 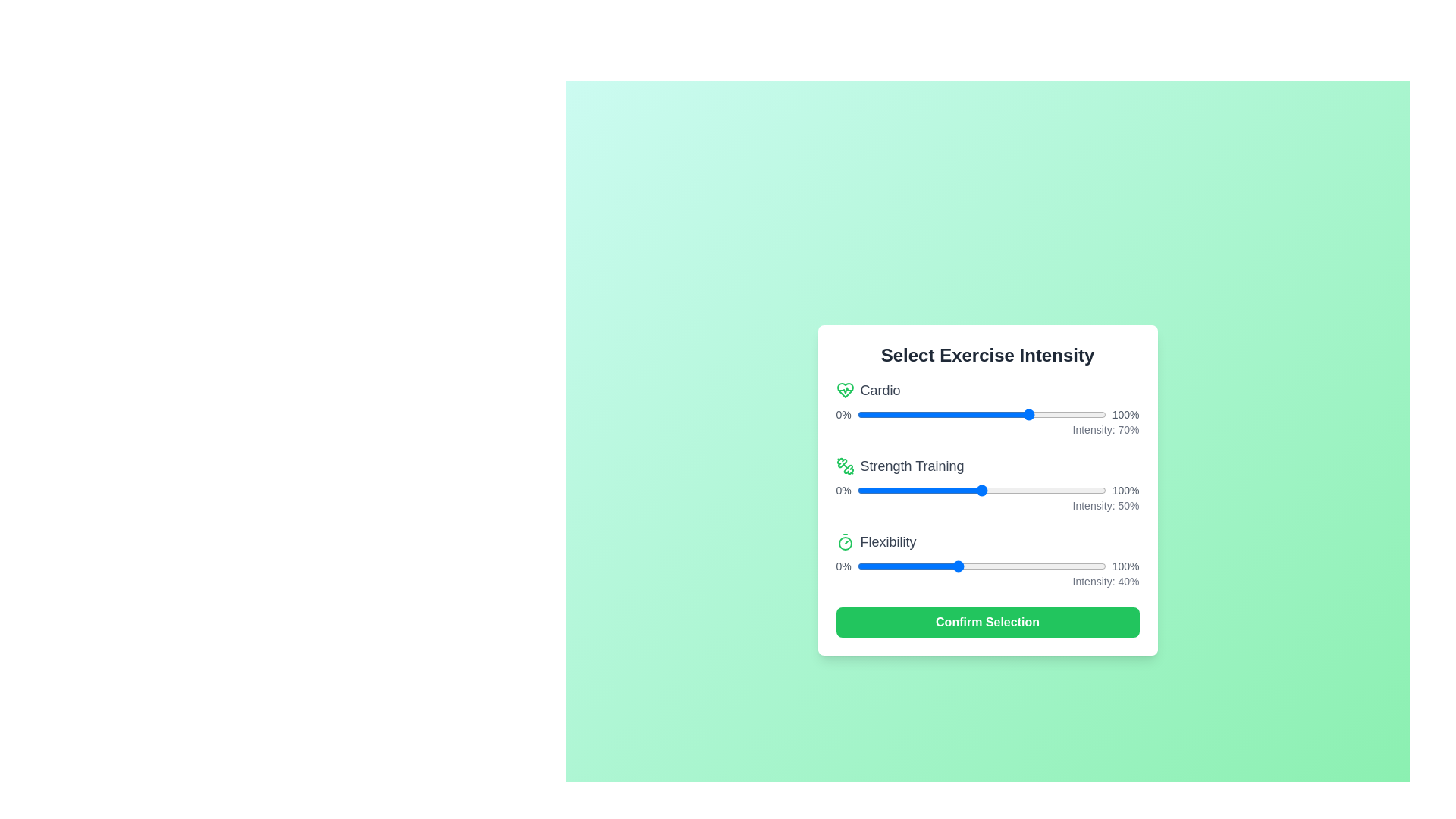 What do you see at coordinates (1043, 491) in the screenshot?
I see `the 1 slider to 50%` at bounding box center [1043, 491].